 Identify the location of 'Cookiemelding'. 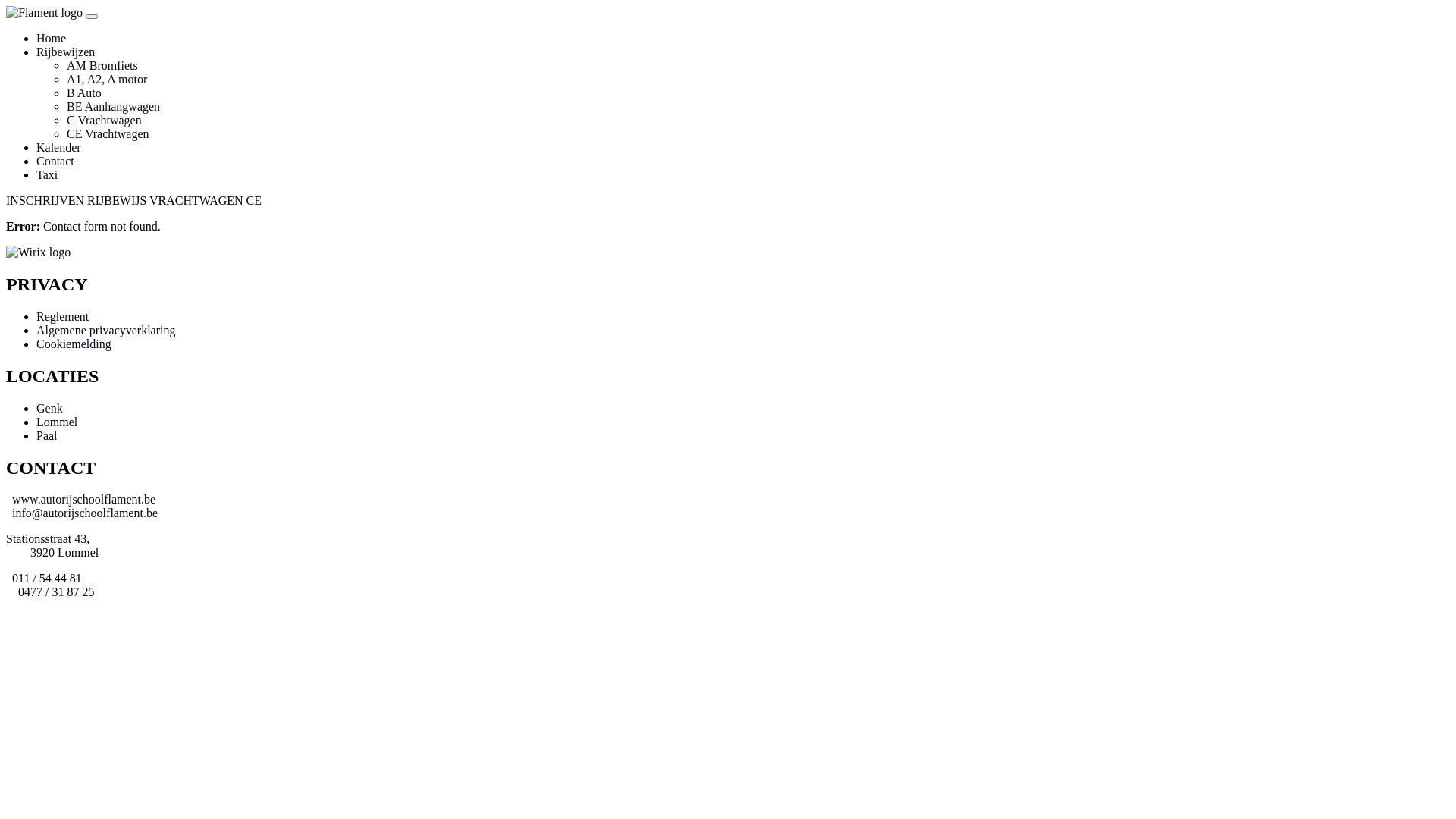
(36, 344).